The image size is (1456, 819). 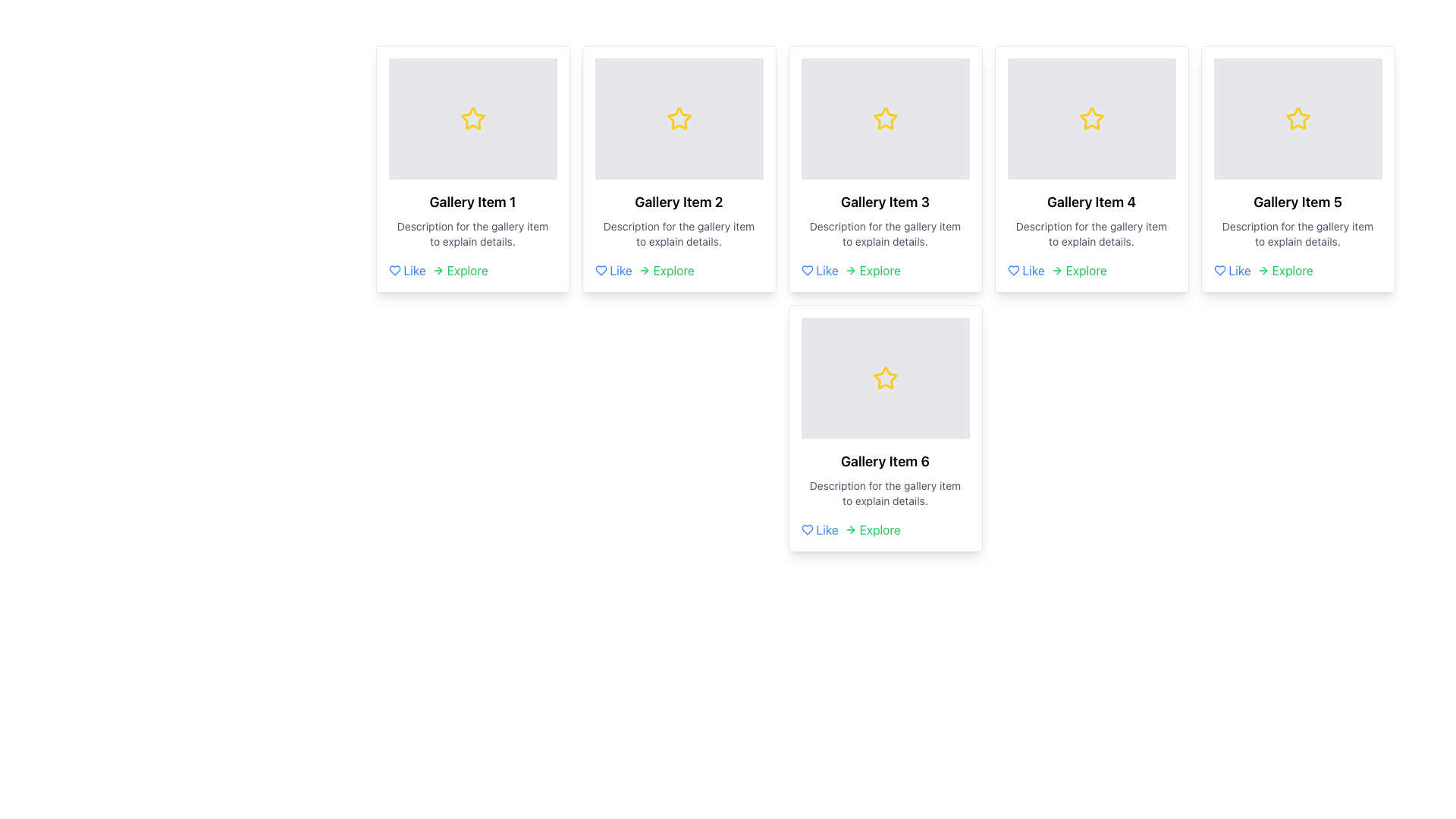 I want to click on the decorative placeholder in the 'Gallery Item 2' card, which is a gray rectangular area with rounded corners and a centered yellow star icon, so click(x=678, y=118).